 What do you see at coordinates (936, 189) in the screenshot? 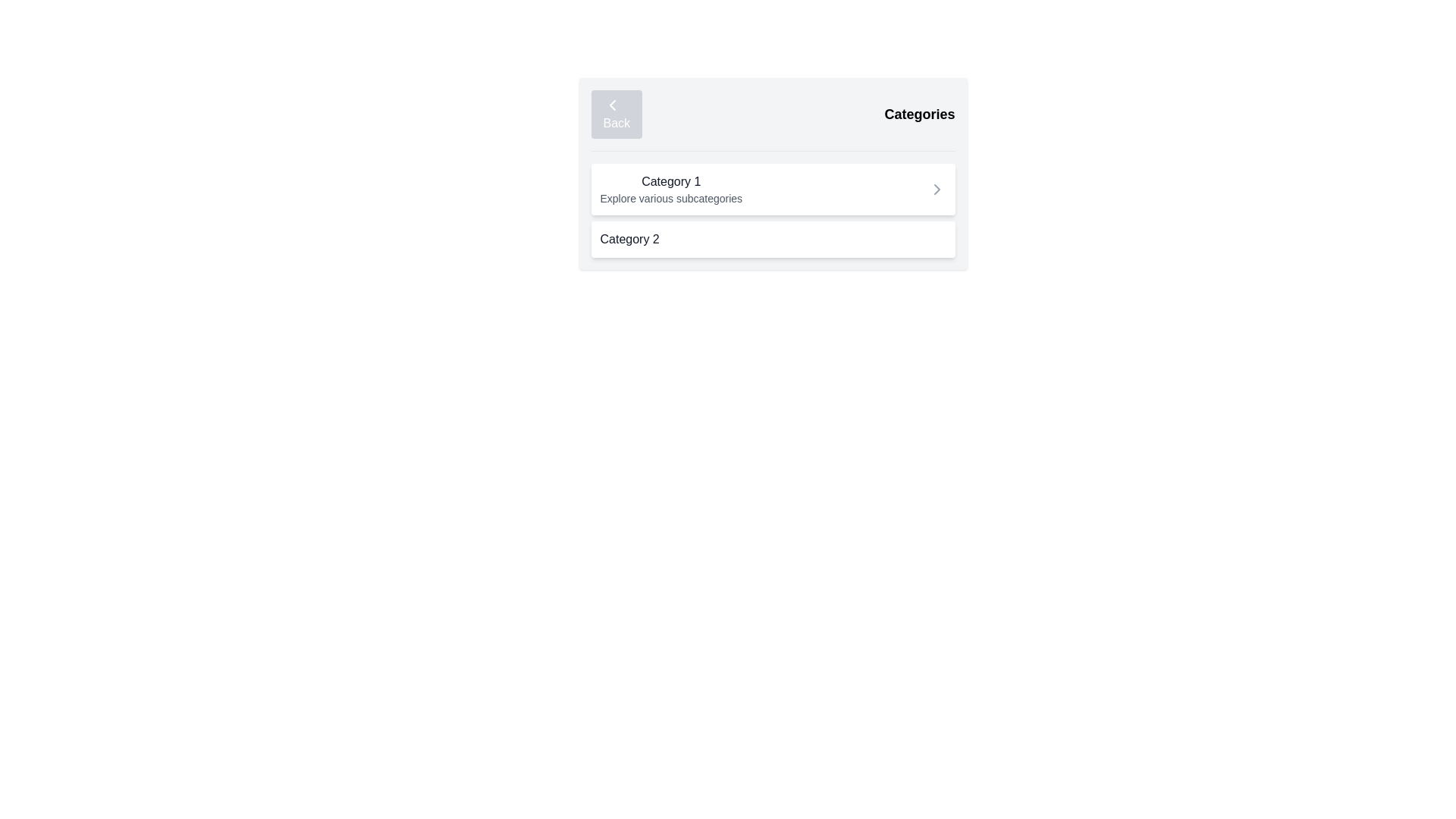
I see `the small, rightward-pointing chevron icon styled in light gray, located on the right side of the card containing 'Category 1' and 'Explore various subcategories'` at bounding box center [936, 189].